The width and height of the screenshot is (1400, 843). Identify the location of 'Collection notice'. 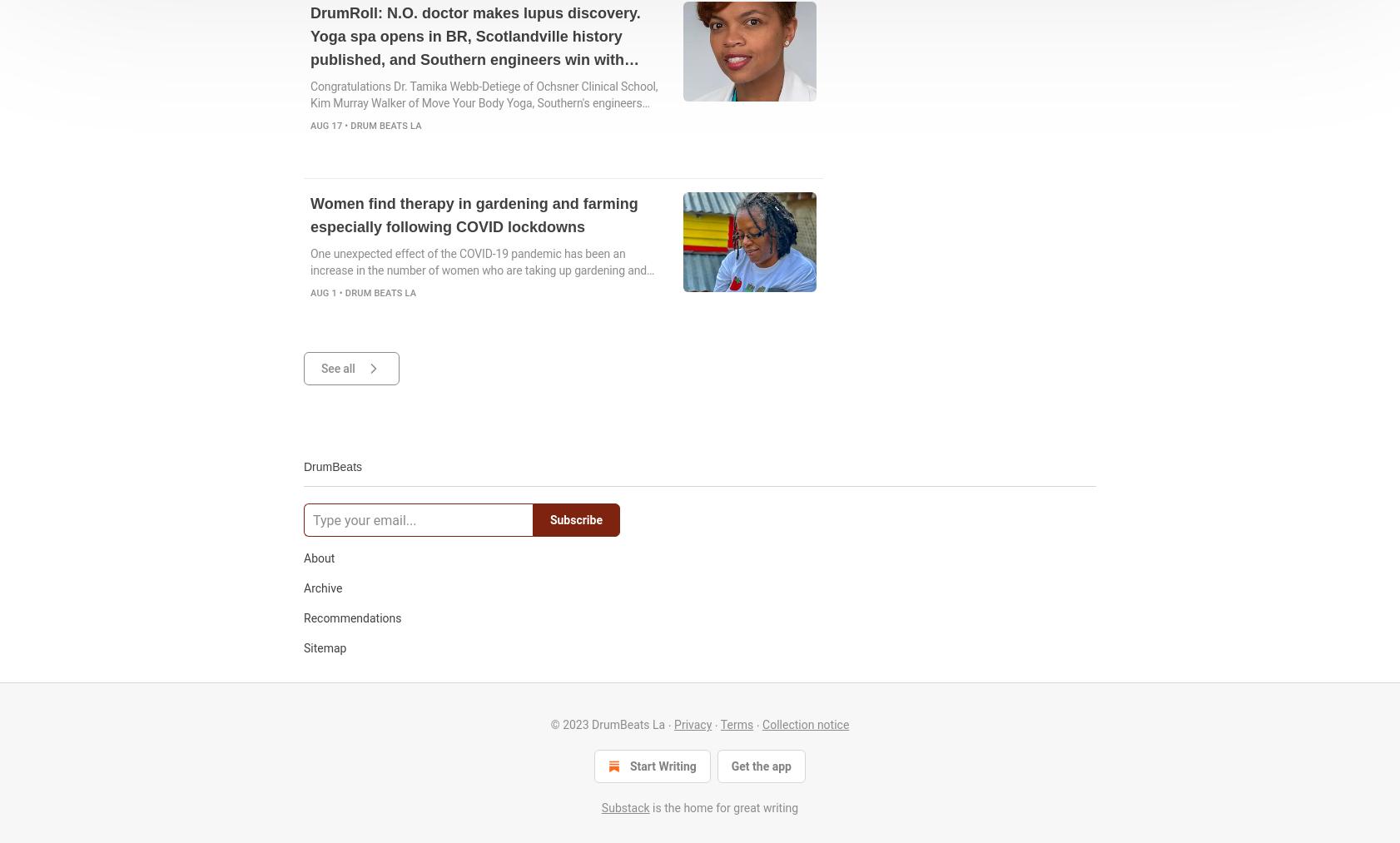
(804, 723).